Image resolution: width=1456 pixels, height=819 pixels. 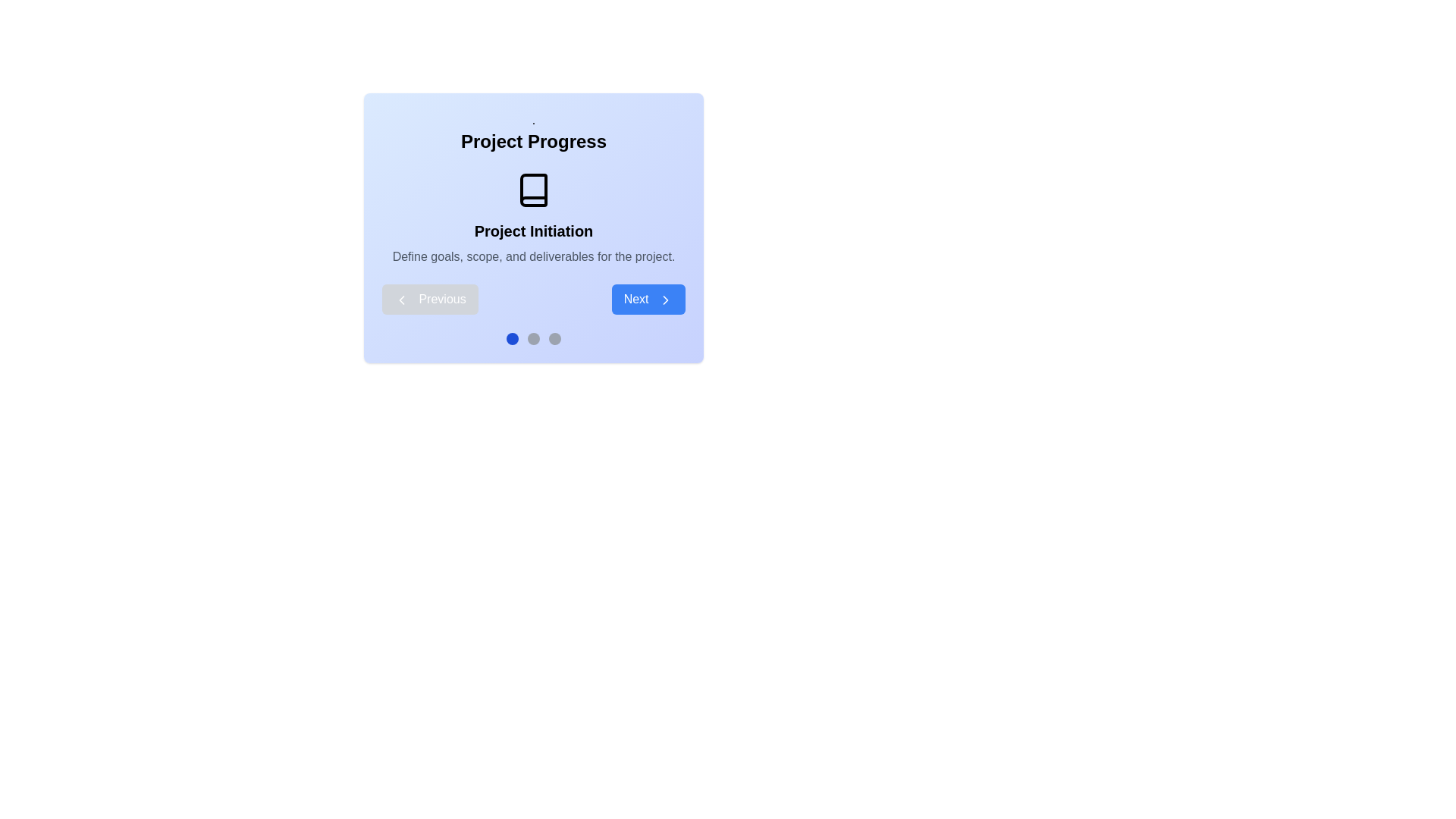 I want to click on the graphical book icon located centrally under the title 'Project Progress', which features a clean, minimal design and is aligned with pagination indicators, so click(x=534, y=189).